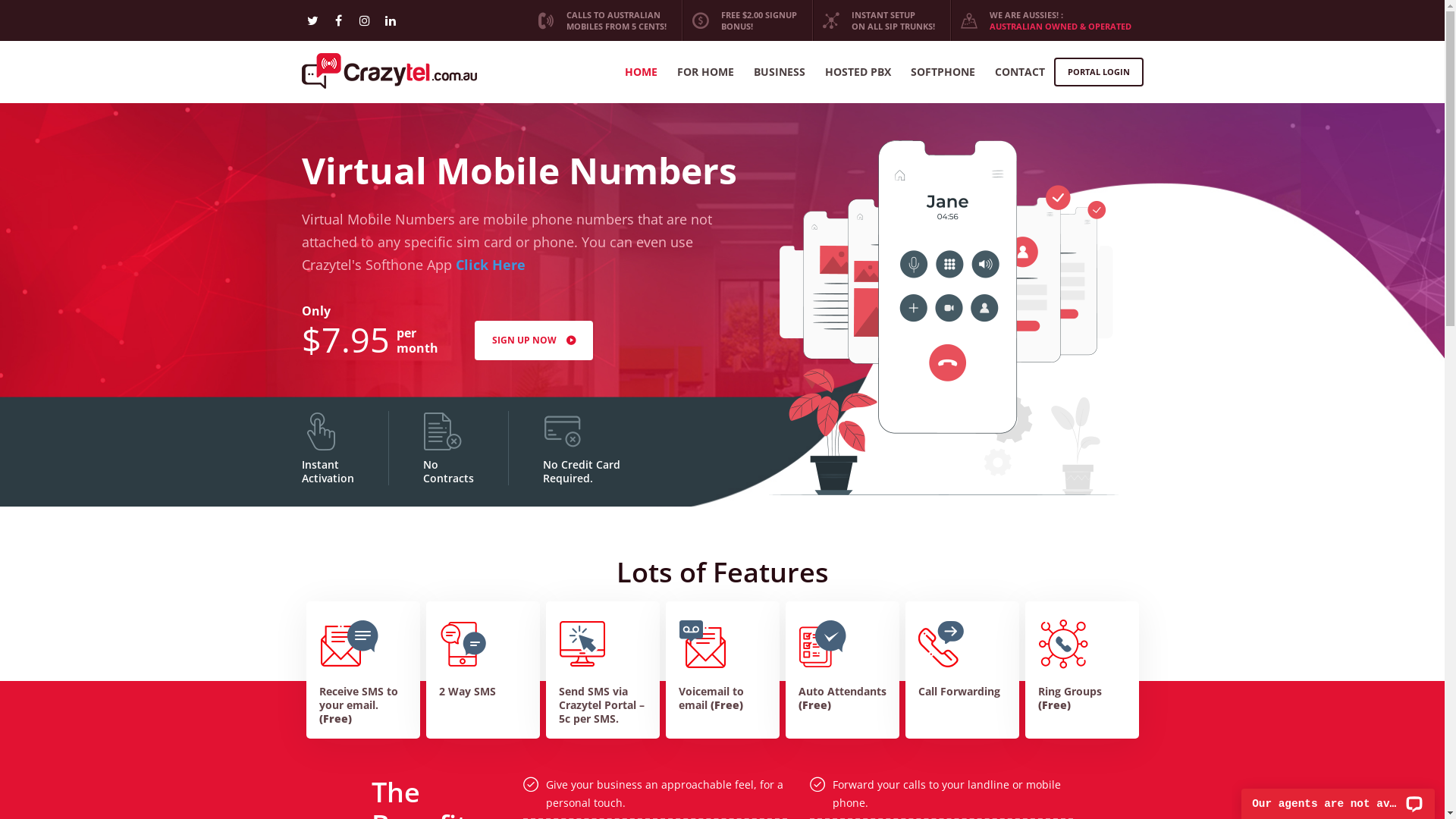 The height and width of the screenshot is (819, 1456). What do you see at coordinates (1045, 20) in the screenshot?
I see `'WE ARE AUSSIES! :` at bounding box center [1045, 20].